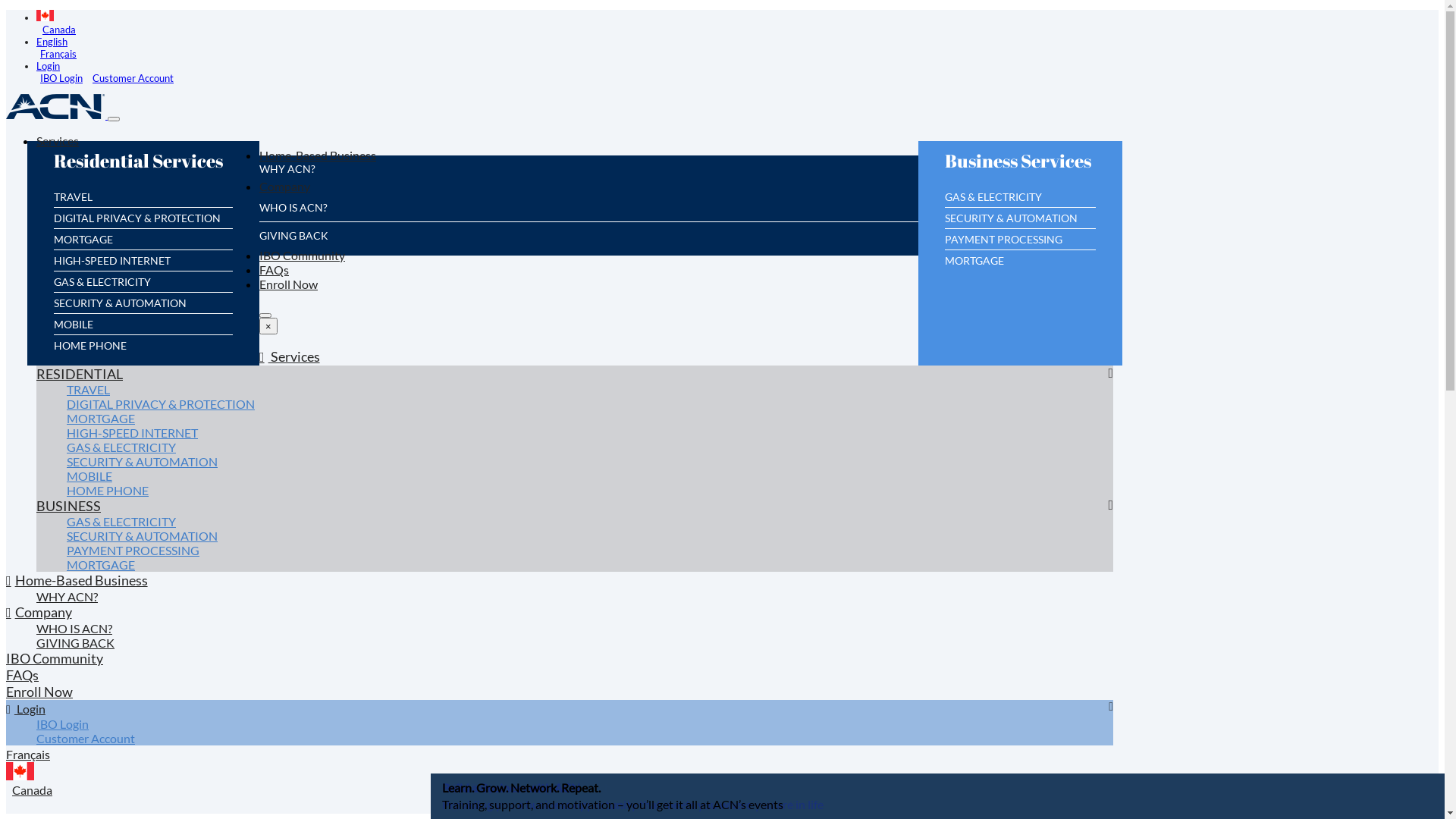  I want to click on 'RESIDENTIAL', so click(79, 378).